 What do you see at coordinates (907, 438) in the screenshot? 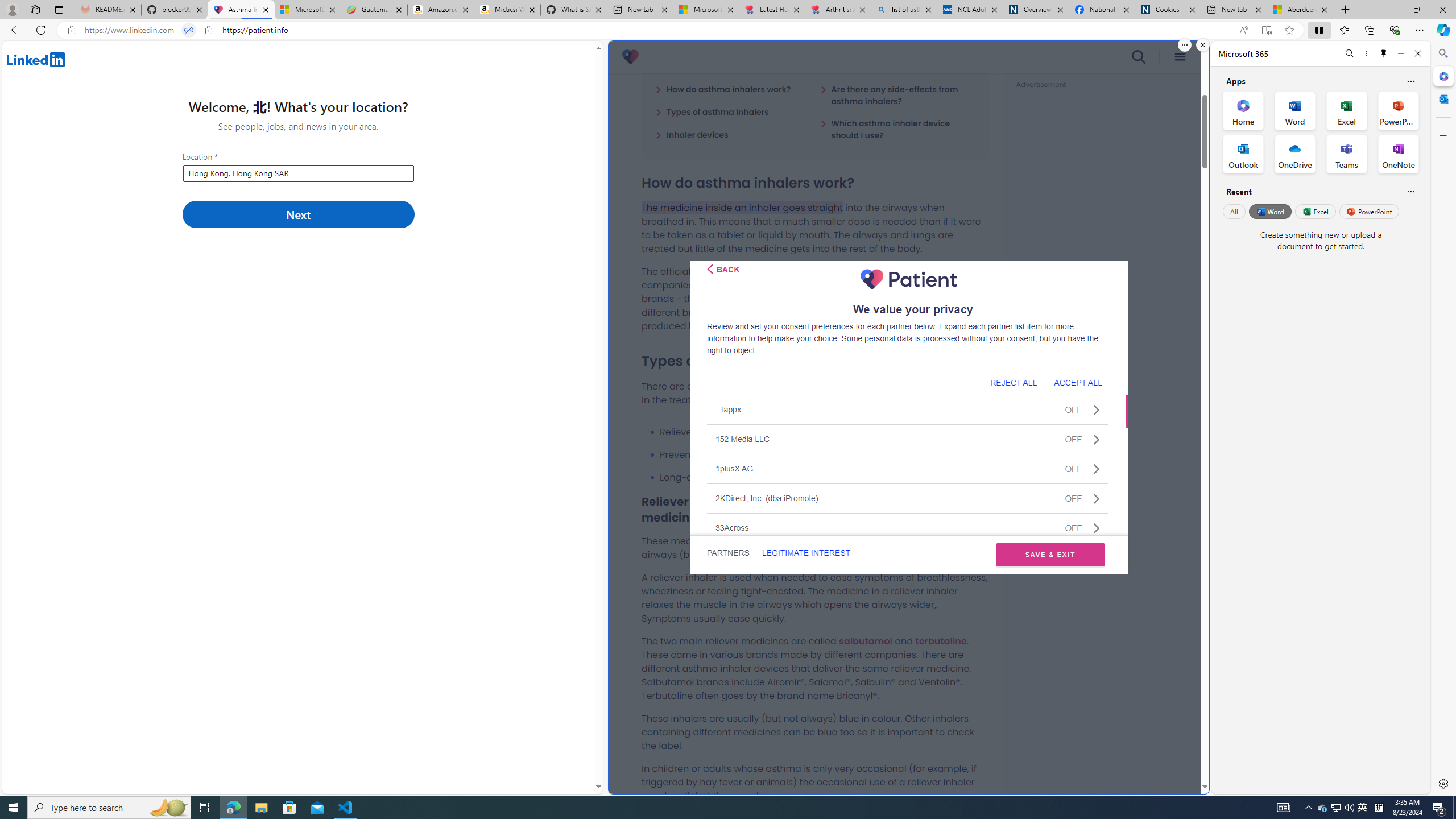
I see `'152 Media LLCOFF'` at bounding box center [907, 438].